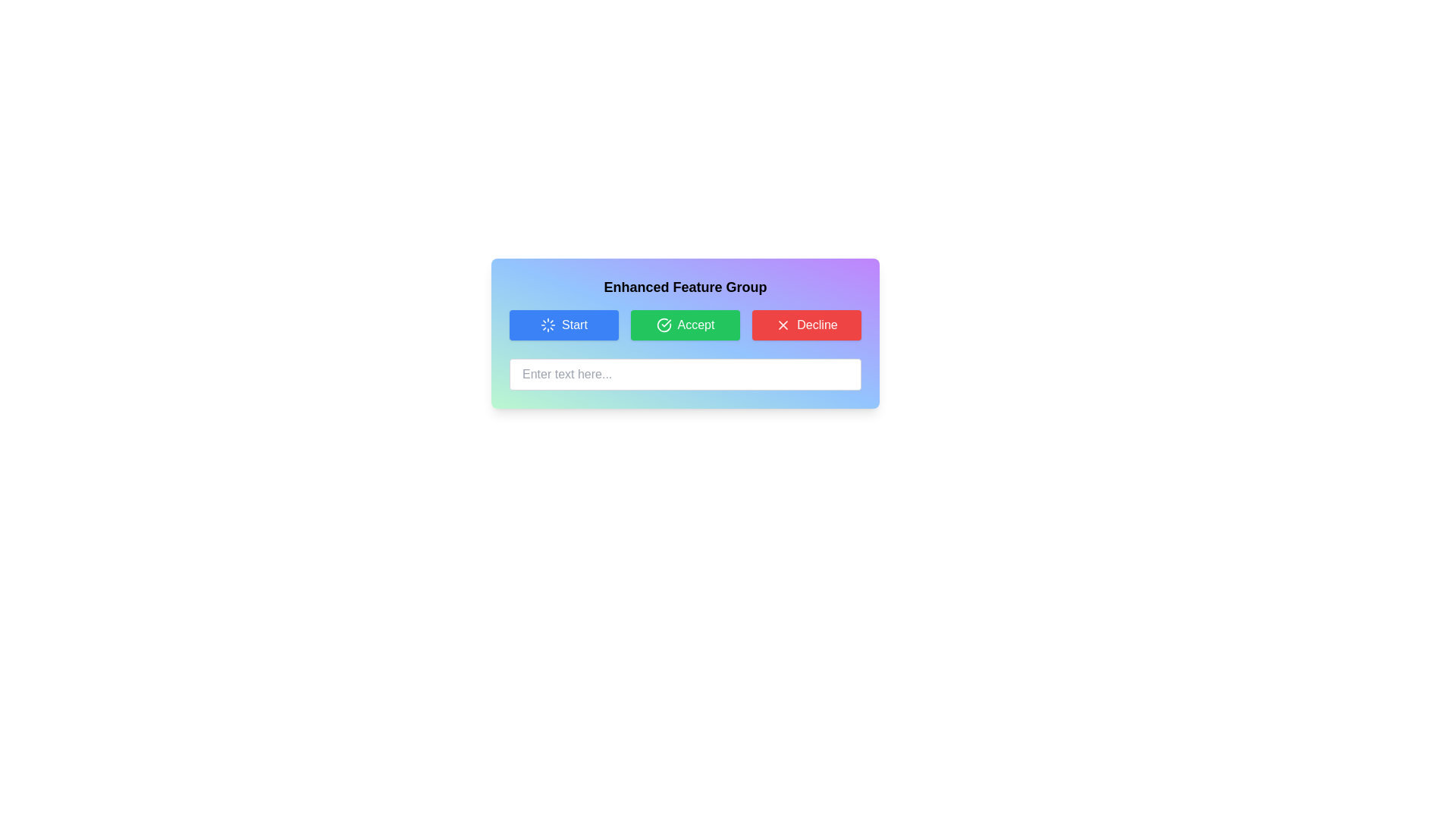 Image resolution: width=1456 pixels, height=819 pixels. I want to click on text displayed on the label of the green 'Accept' button, which is located between the 'Start' and 'Decline' buttons, so click(695, 324).